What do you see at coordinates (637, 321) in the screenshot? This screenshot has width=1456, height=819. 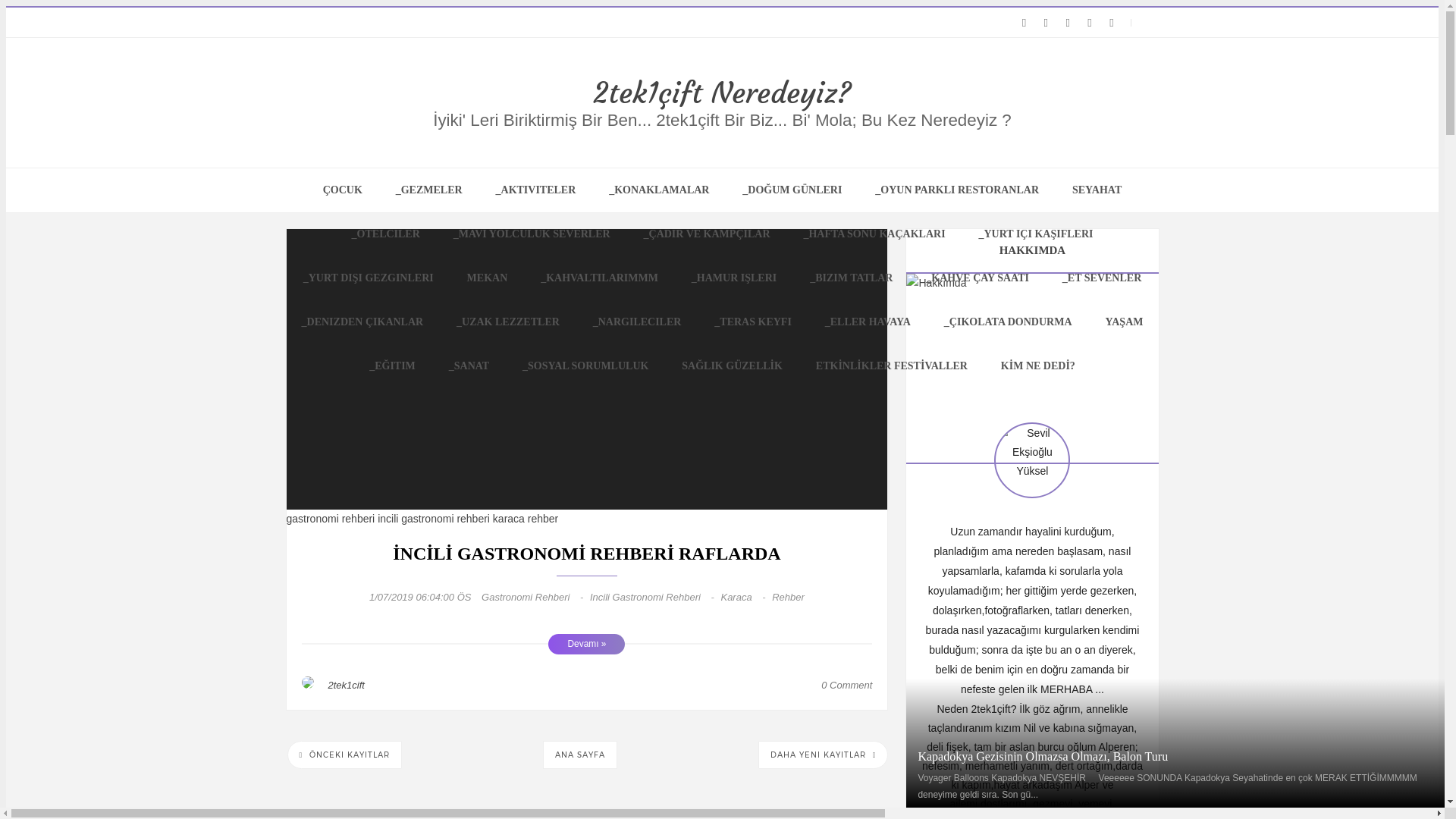 I see `'_NARGILECILER'` at bounding box center [637, 321].